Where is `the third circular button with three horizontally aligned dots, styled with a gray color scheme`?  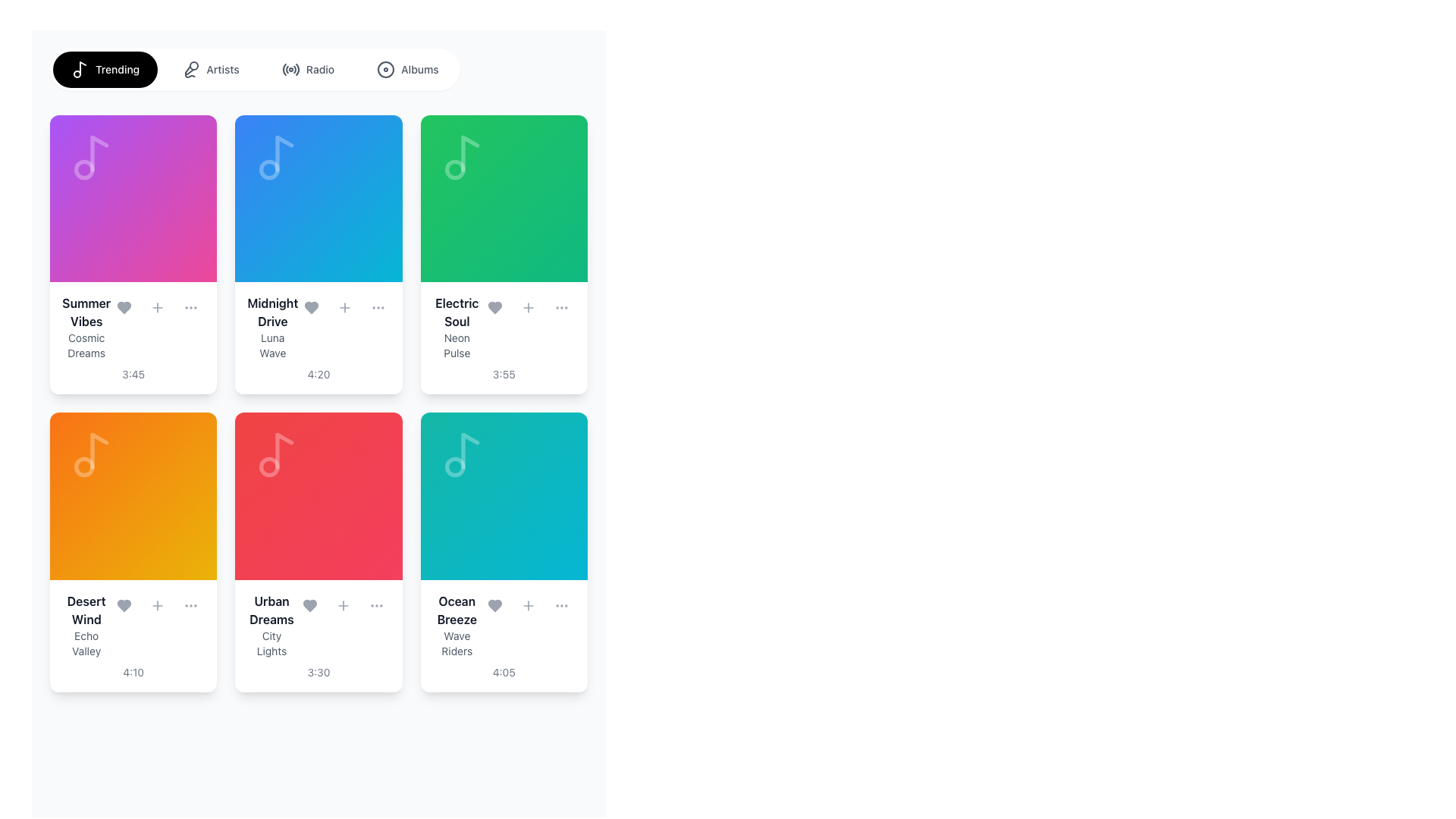
the third circular button with three horizontally aligned dots, styled with a gray color scheme is located at coordinates (190, 307).